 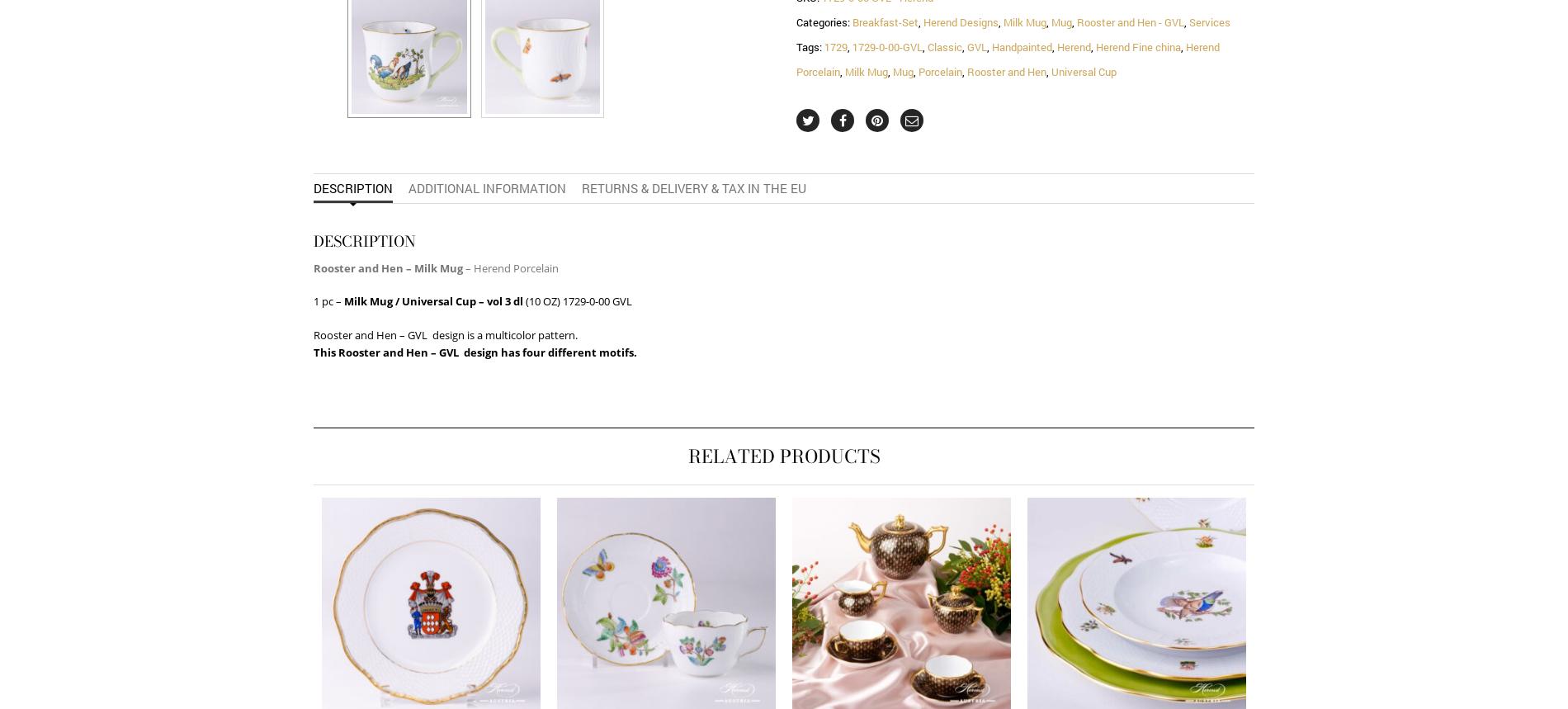 I want to click on 'Universal Cup', so click(x=1083, y=71).